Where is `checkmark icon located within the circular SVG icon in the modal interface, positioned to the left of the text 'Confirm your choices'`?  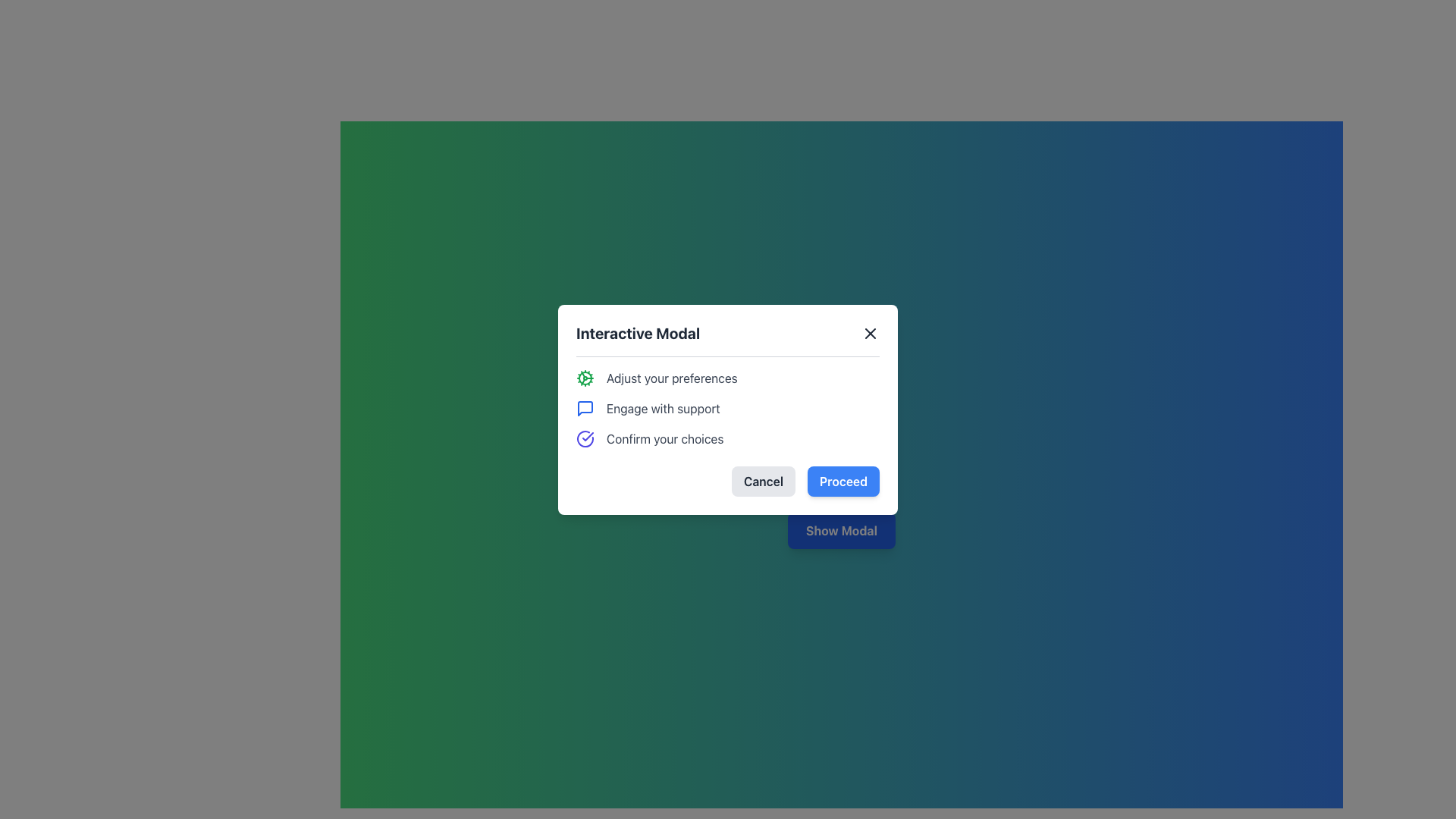 checkmark icon located within the circular SVG icon in the modal interface, positioned to the left of the text 'Confirm your choices' is located at coordinates (587, 436).